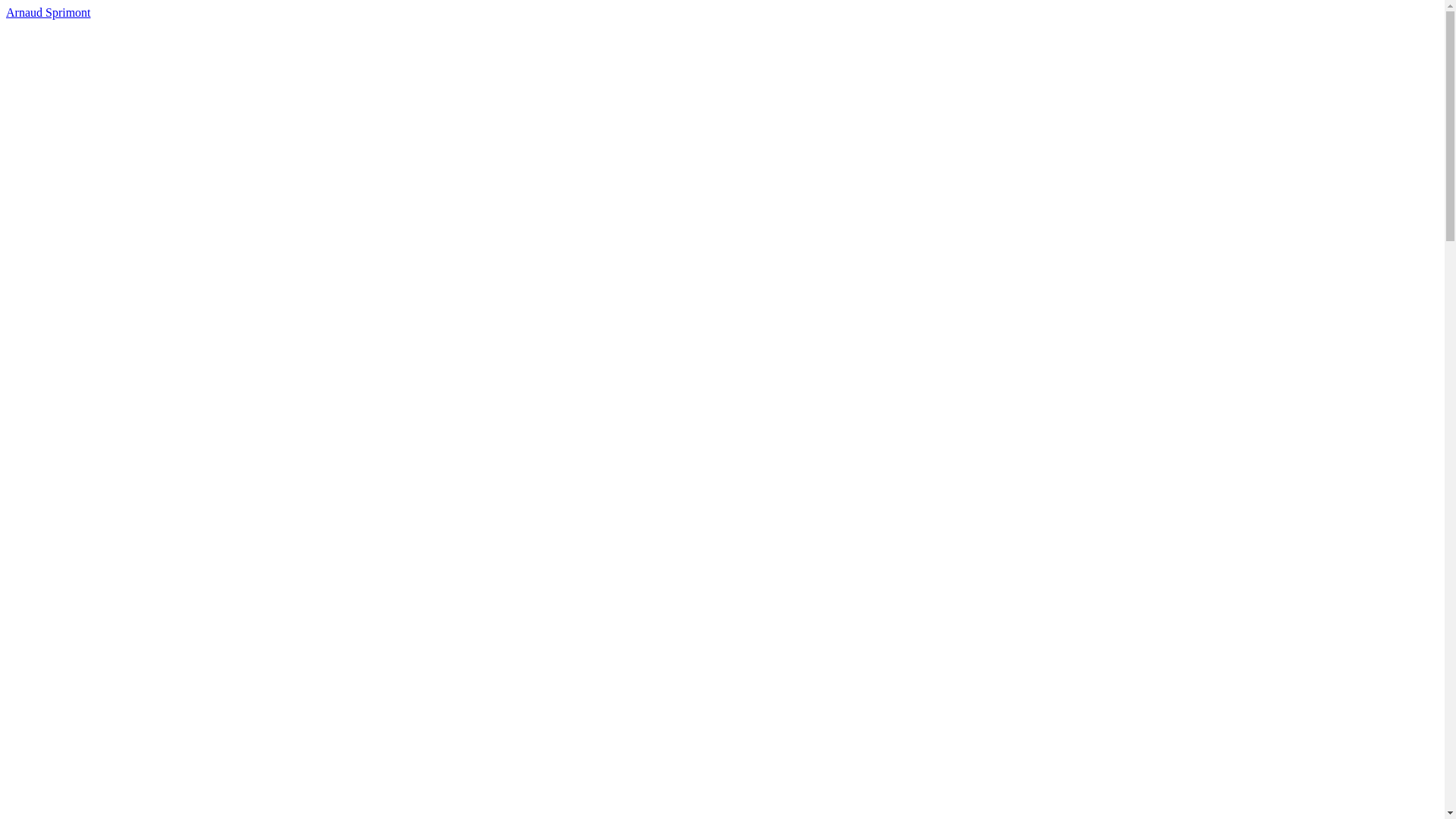 Image resolution: width=1456 pixels, height=819 pixels. I want to click on 'Arnaud Sprimont', so click(6, 12).